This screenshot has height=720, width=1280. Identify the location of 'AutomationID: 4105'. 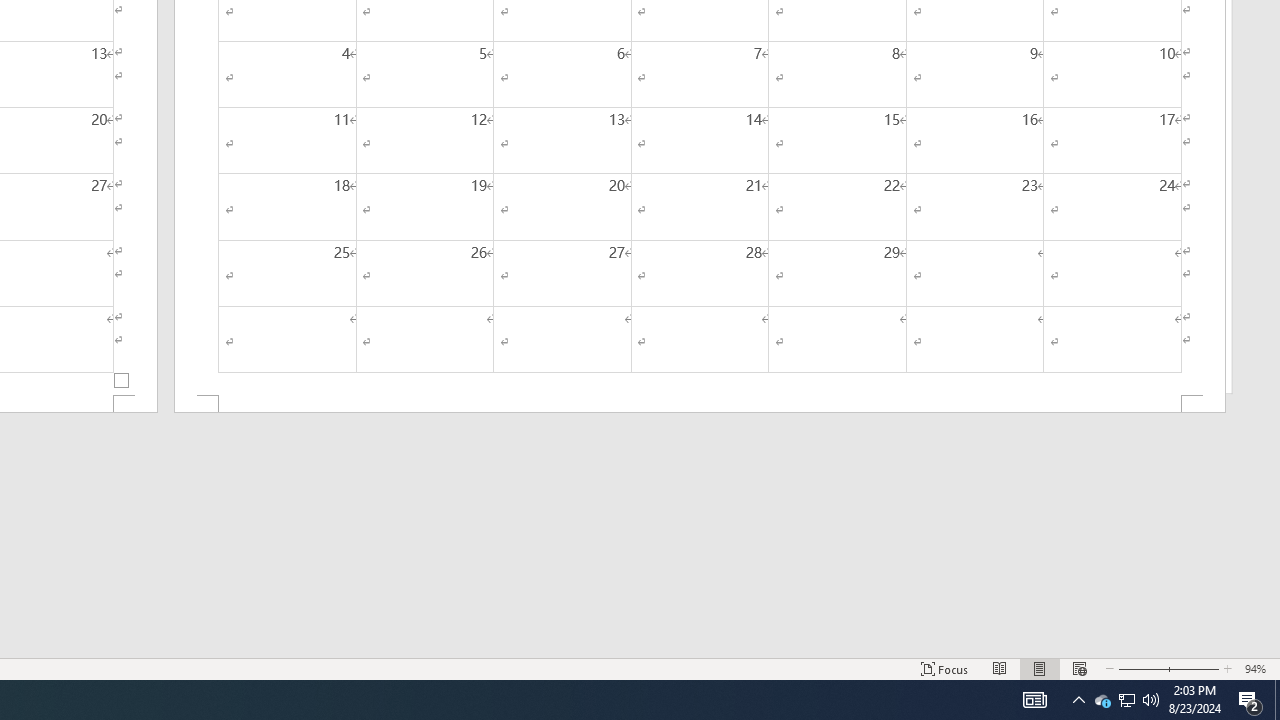
(1034, 698).